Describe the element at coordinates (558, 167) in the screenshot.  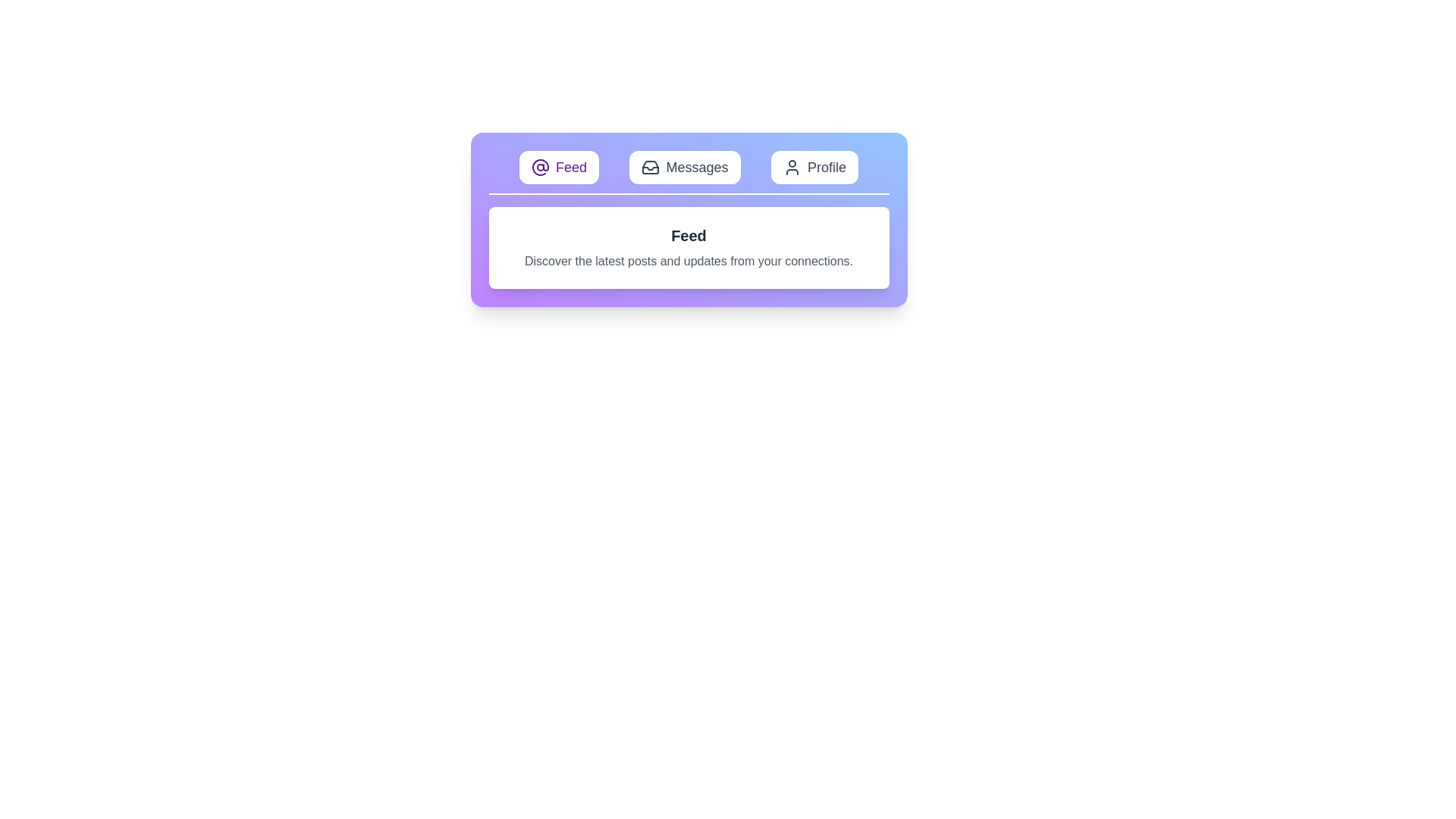
I see `the Feed tab` at that location.